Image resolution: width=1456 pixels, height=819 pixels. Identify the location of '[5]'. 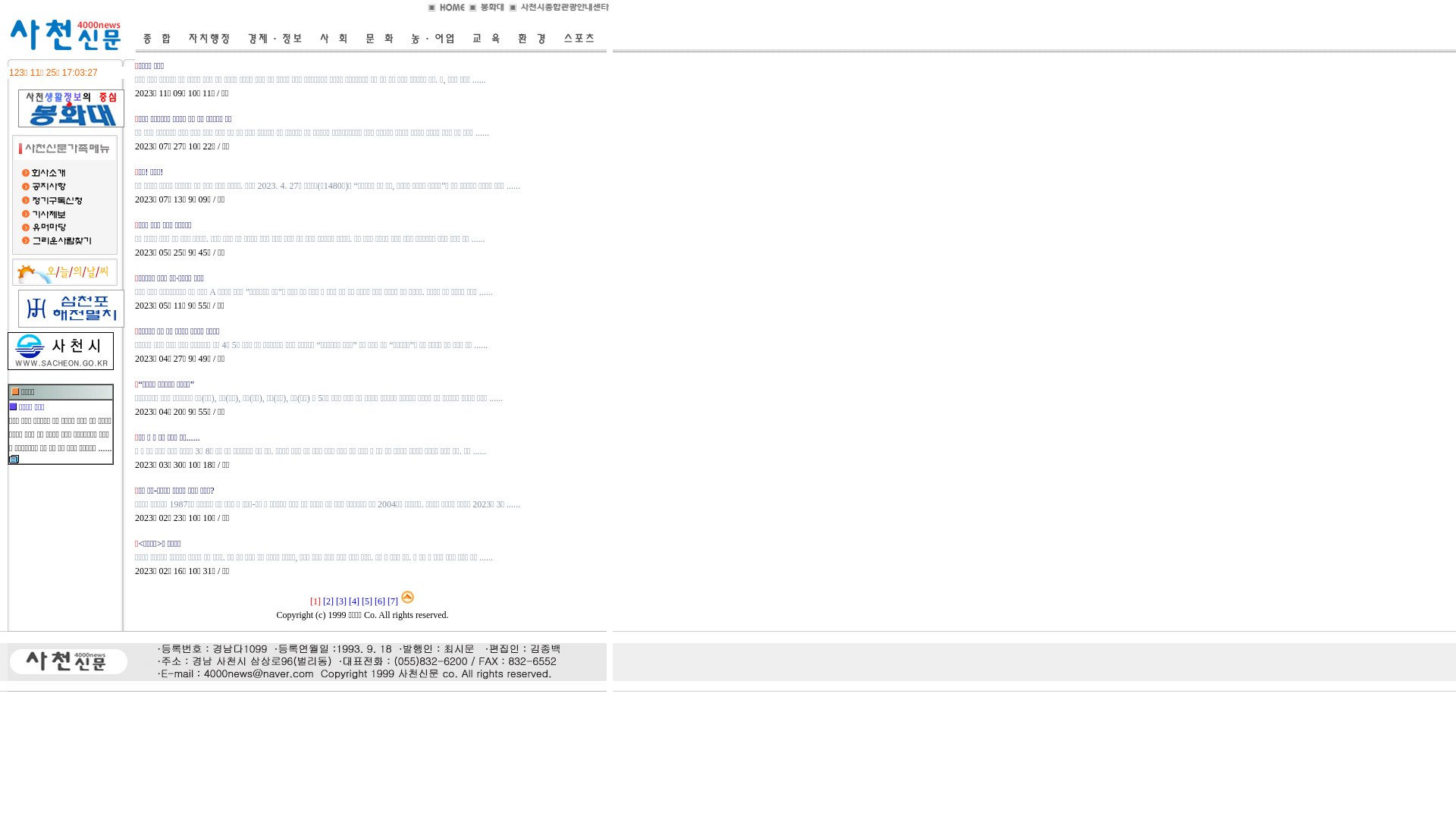
(367, 601).